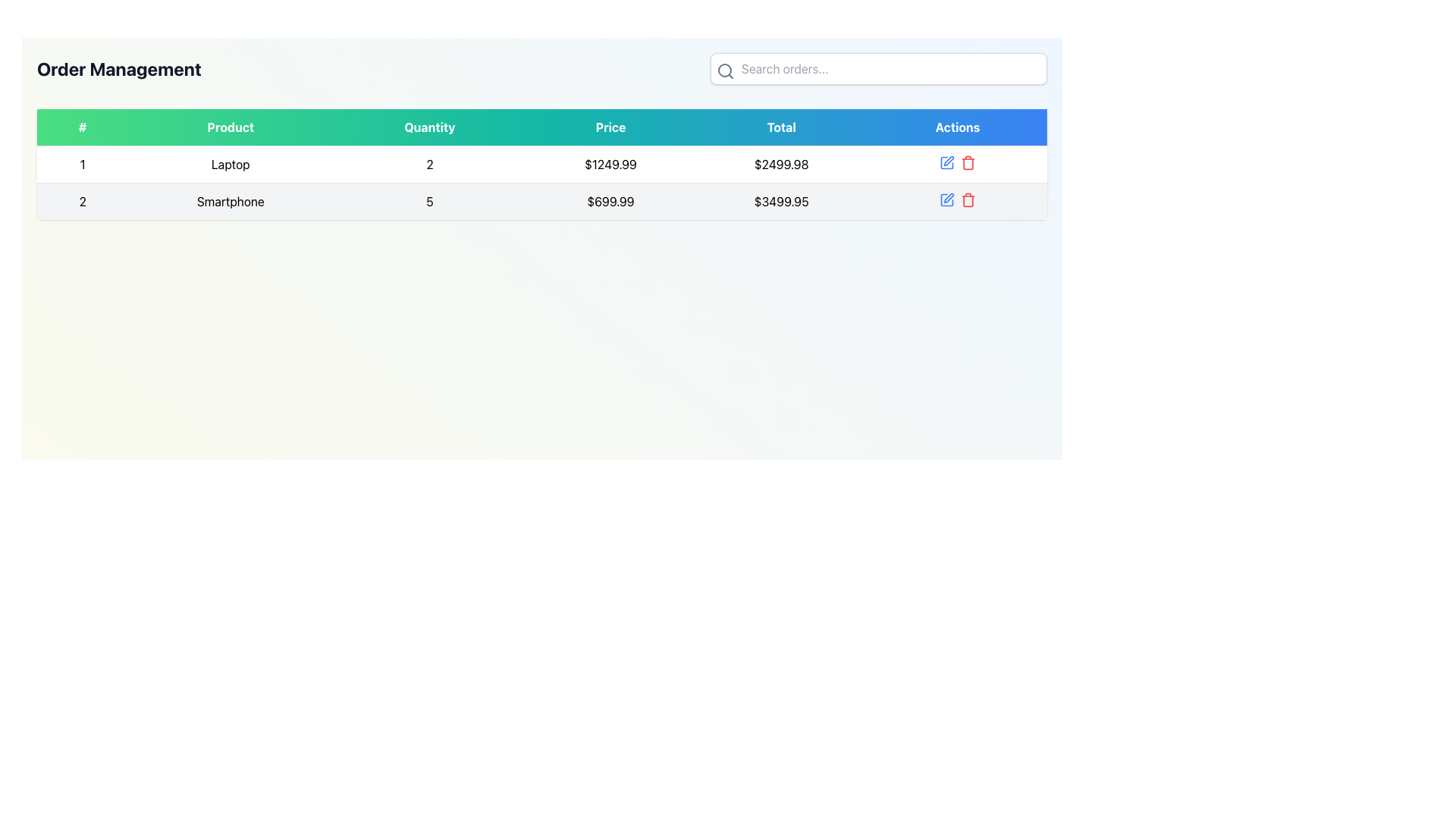 The height and width of the screenshot is (819, 1456). What do you see at coordinates (610, 164) in the screenshot?
I see `displayed price text "$1249.99" located in the first row of the table under the "Price" column, which is positioned between the "Quantity" and "Total" columns` at bounding box center [610, 164].